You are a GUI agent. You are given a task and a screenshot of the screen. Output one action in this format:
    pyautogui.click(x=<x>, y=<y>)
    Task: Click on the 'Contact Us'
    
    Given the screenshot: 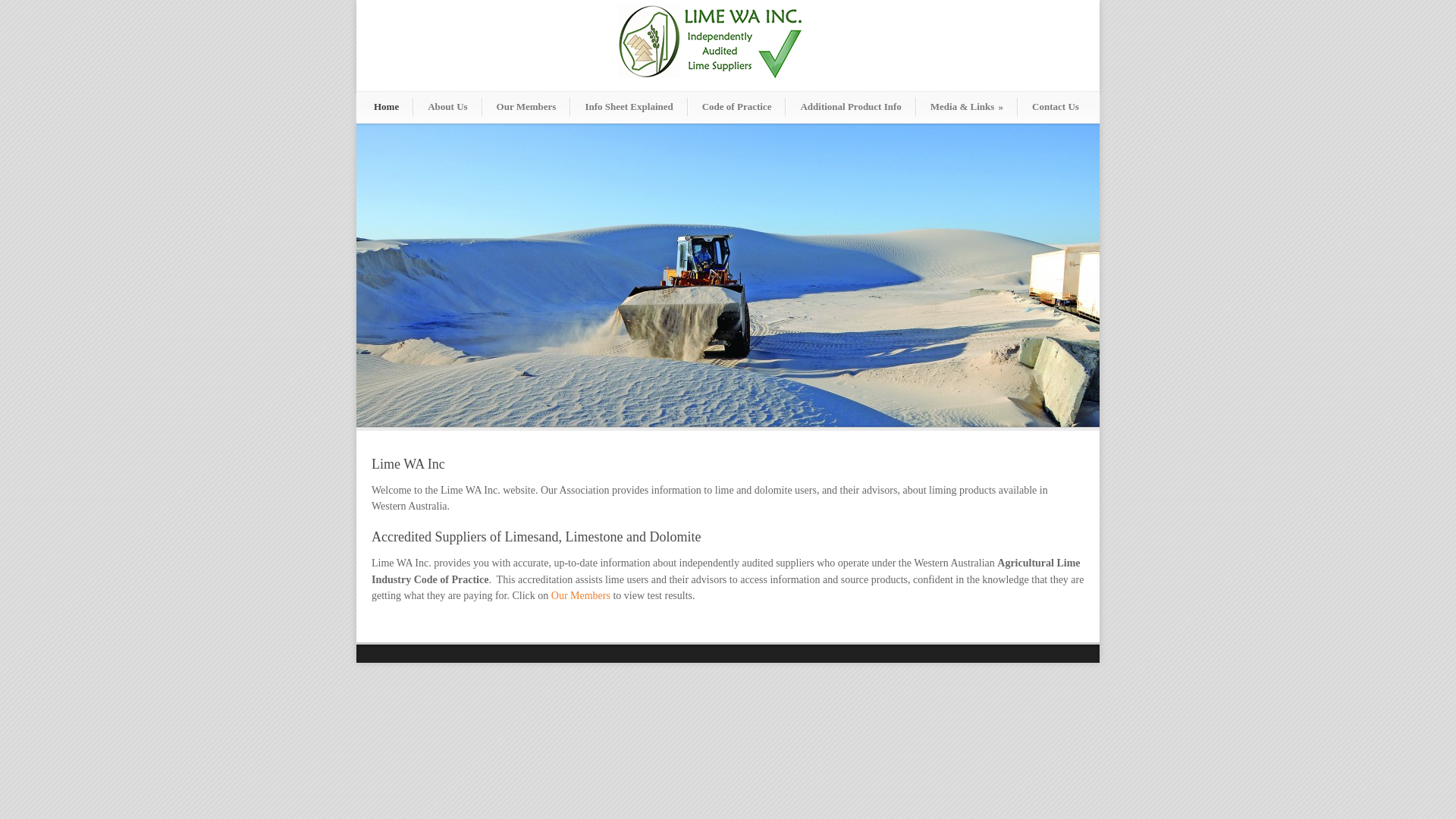 What is the action you would take?
    pyautogui.click(x=1054, y=106)
    